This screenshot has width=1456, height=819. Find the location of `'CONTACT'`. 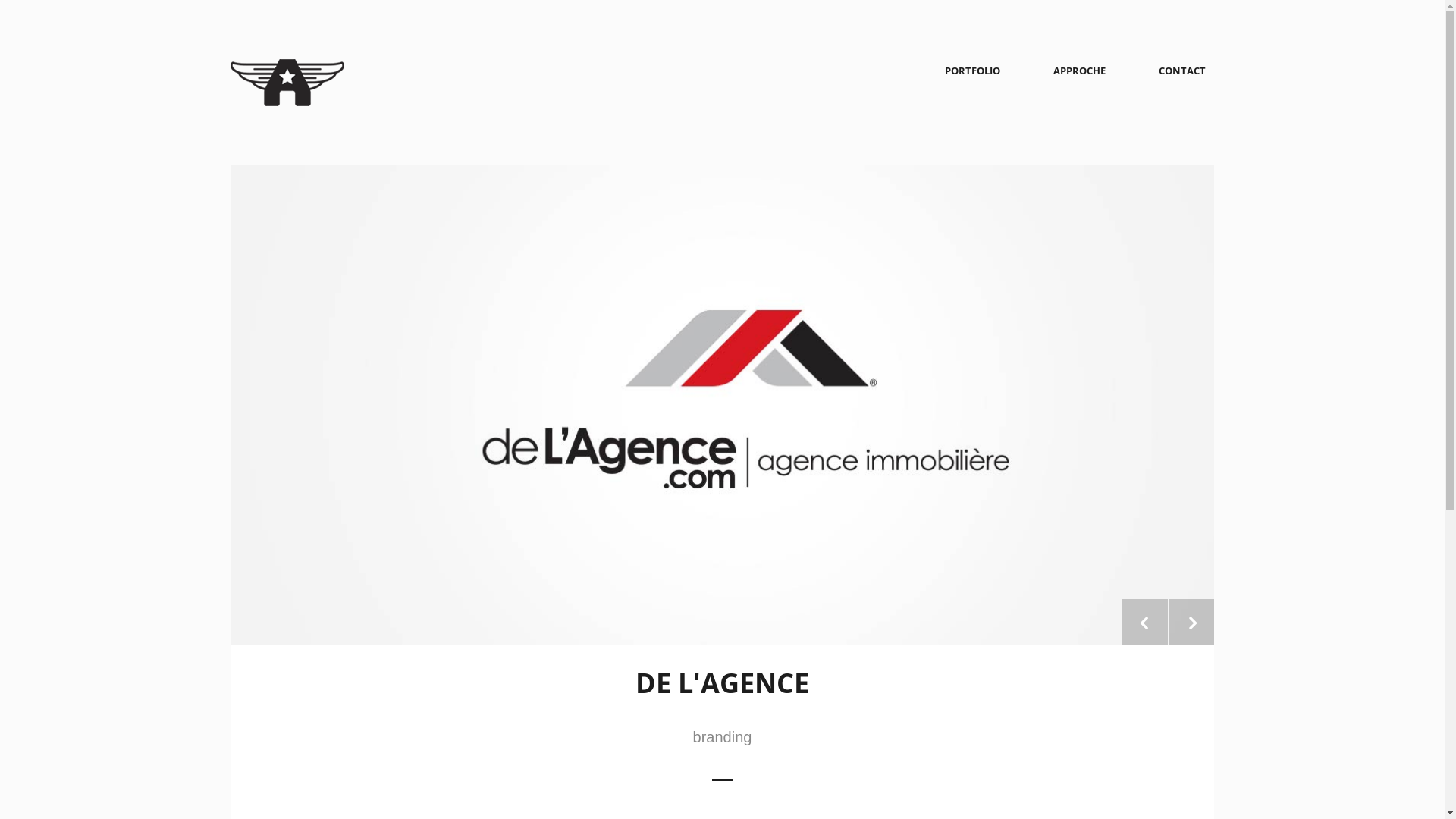

'CONTACT' is located at coordinates (1181, 71).